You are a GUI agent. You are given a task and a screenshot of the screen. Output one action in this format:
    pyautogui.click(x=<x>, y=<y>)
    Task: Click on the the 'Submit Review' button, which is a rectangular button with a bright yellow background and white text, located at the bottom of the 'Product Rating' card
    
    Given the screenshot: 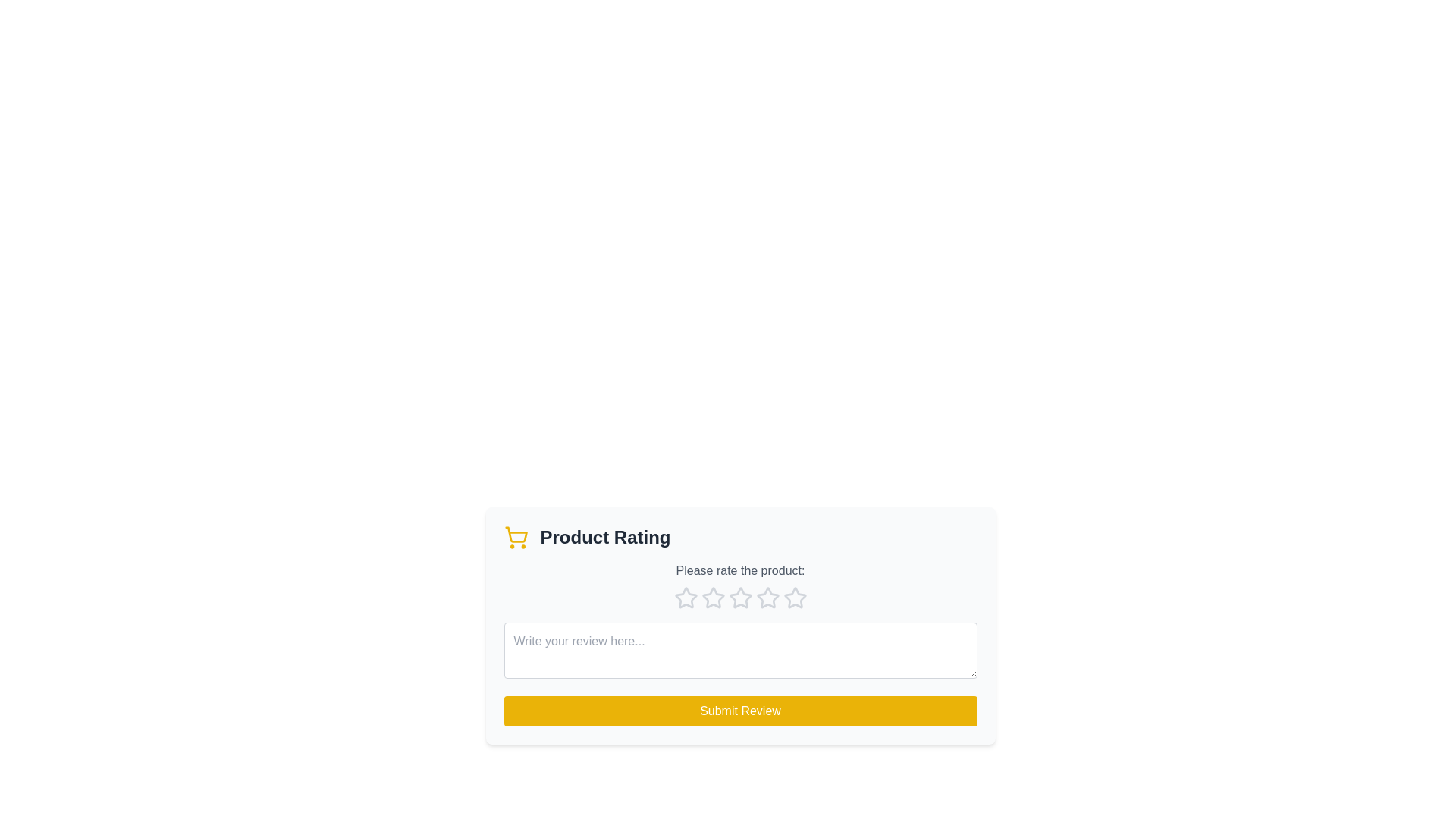 What is the action you would take?
    pyautogui.click(x=740, y=711)
    